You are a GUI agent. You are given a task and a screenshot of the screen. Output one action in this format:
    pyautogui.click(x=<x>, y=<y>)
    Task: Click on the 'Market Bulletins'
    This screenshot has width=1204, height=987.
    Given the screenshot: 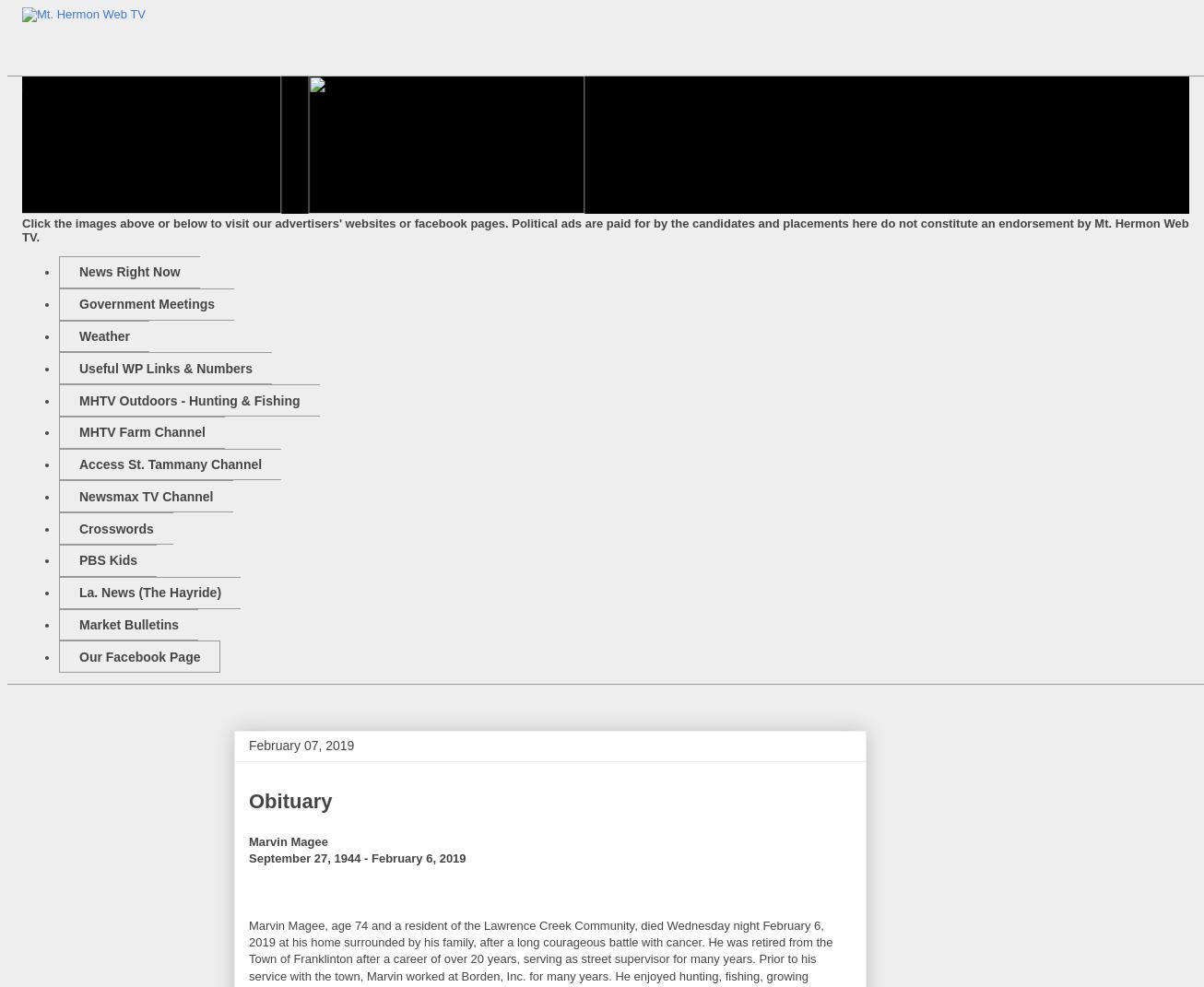 What is the action you would take?
    pyautogui.click(x=129, y=622)
    